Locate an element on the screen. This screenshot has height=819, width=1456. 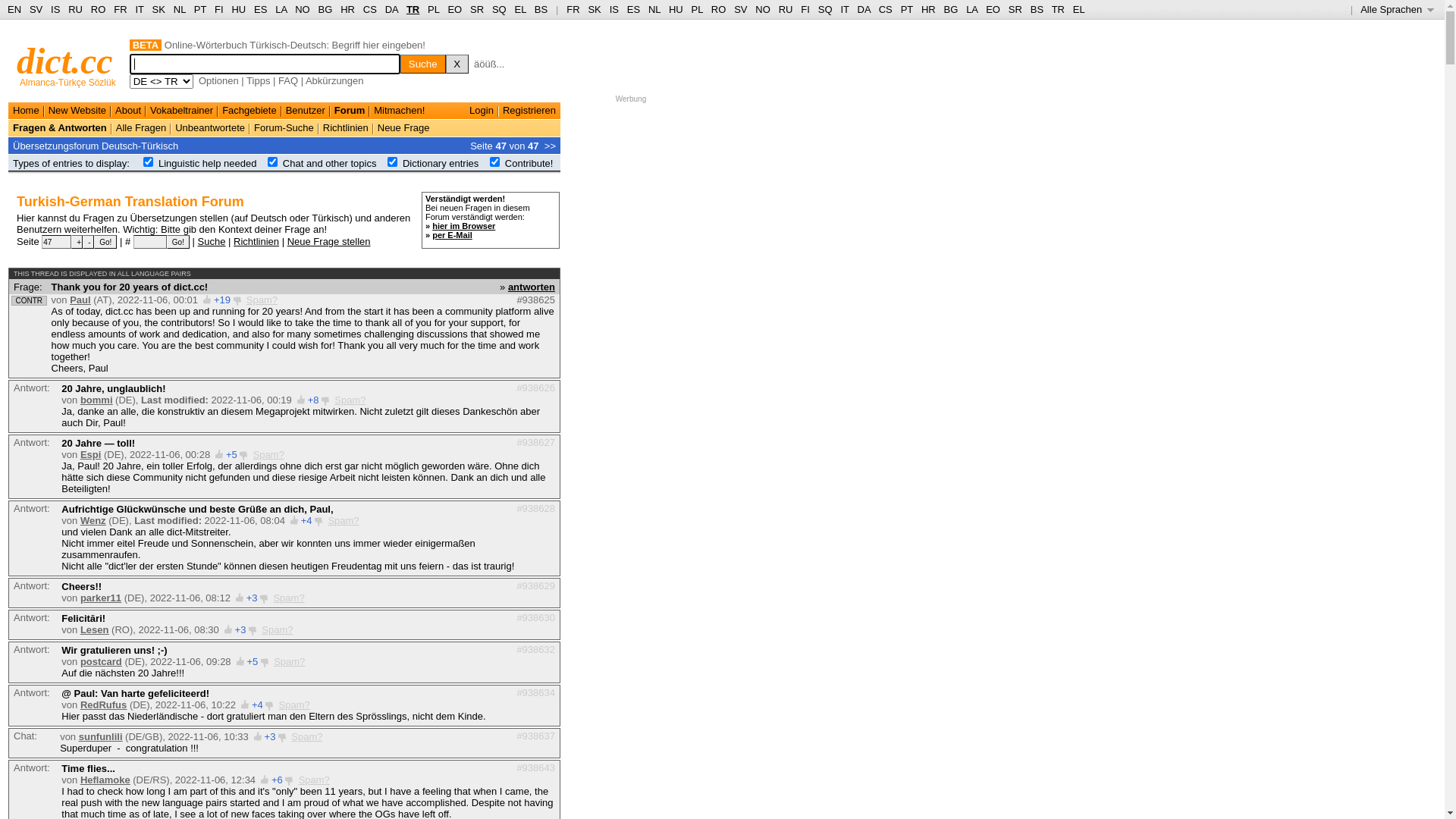
'FR' is located at coordinates (572, 9).